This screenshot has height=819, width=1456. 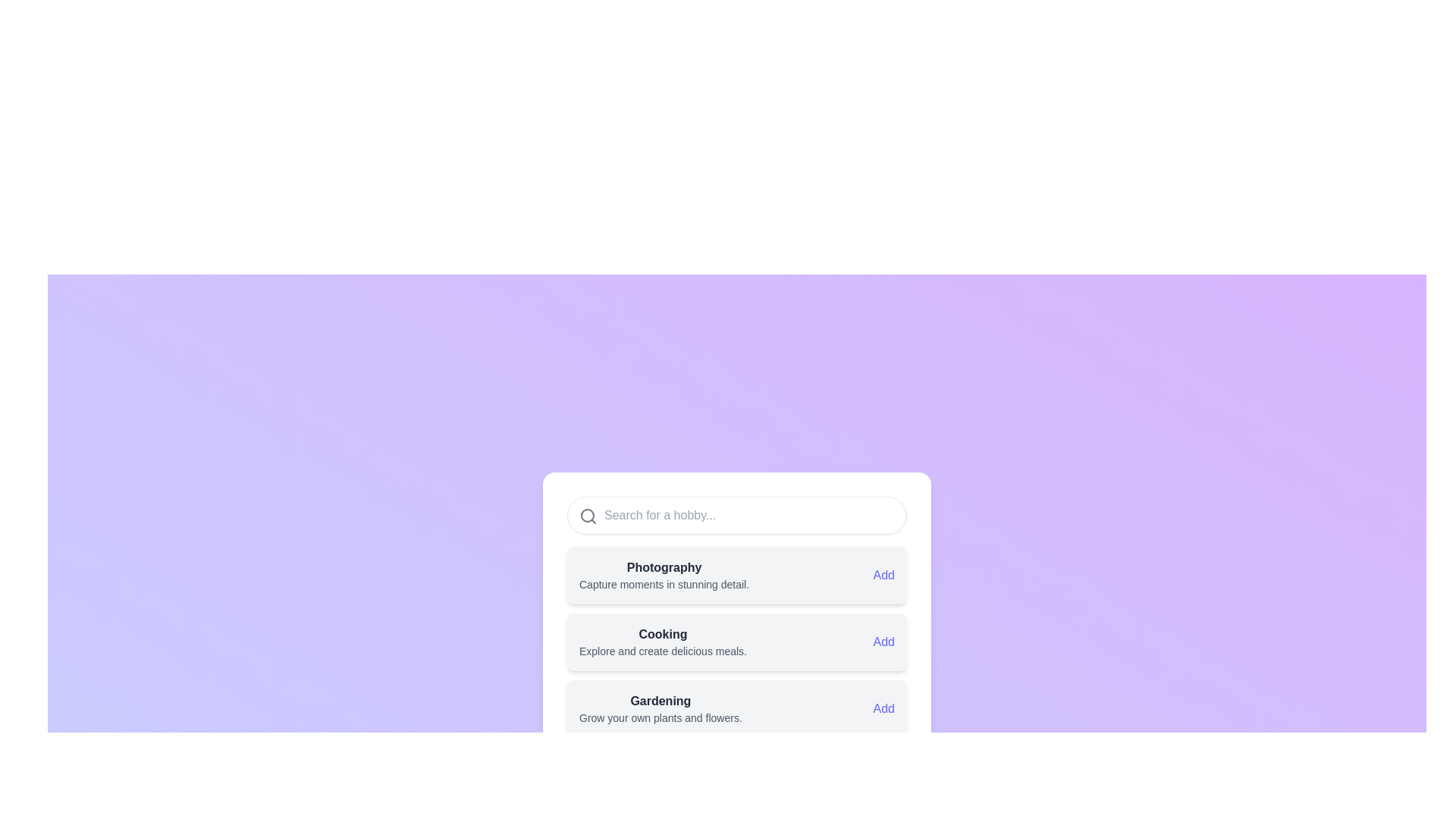 What do you see at coordinates (661, 717) in the screenshot?
I see `the static text element that provides additional context about the 'Gardening' category, located immediately below the title 'Gardening' in the vertical list interface` at bounding box center [661, 717].